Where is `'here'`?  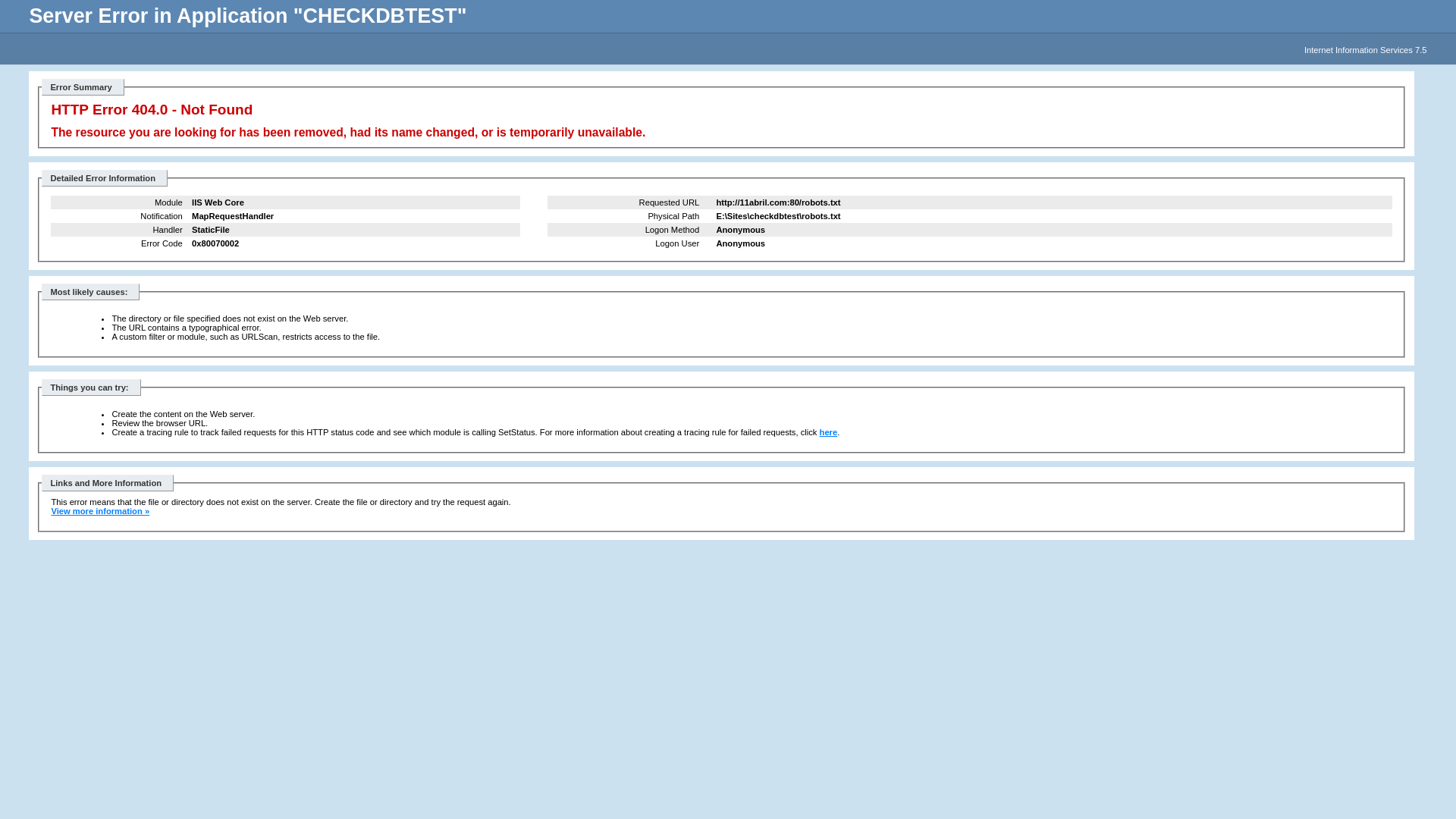 'here' is located at coordinates (828, 432).